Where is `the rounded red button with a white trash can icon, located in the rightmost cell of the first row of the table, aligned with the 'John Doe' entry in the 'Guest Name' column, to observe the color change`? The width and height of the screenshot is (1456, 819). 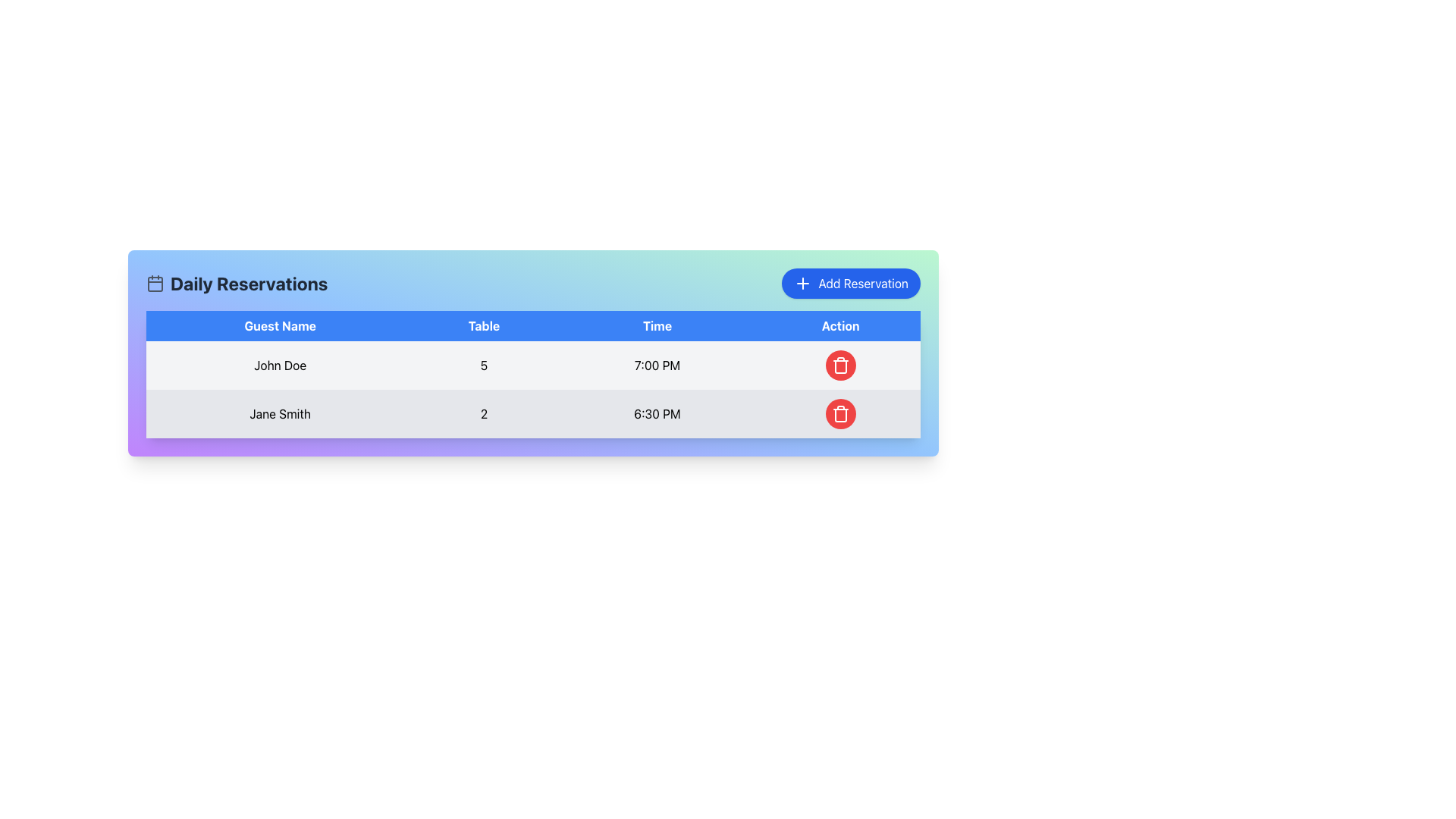 the rounded red button with a white trash can icon, located in the rightmost cell of the first row of the table, aligned with the 'John Doe' entry in the 'Guest Name' column, to observe the color change is located at coordinates (839, 366).